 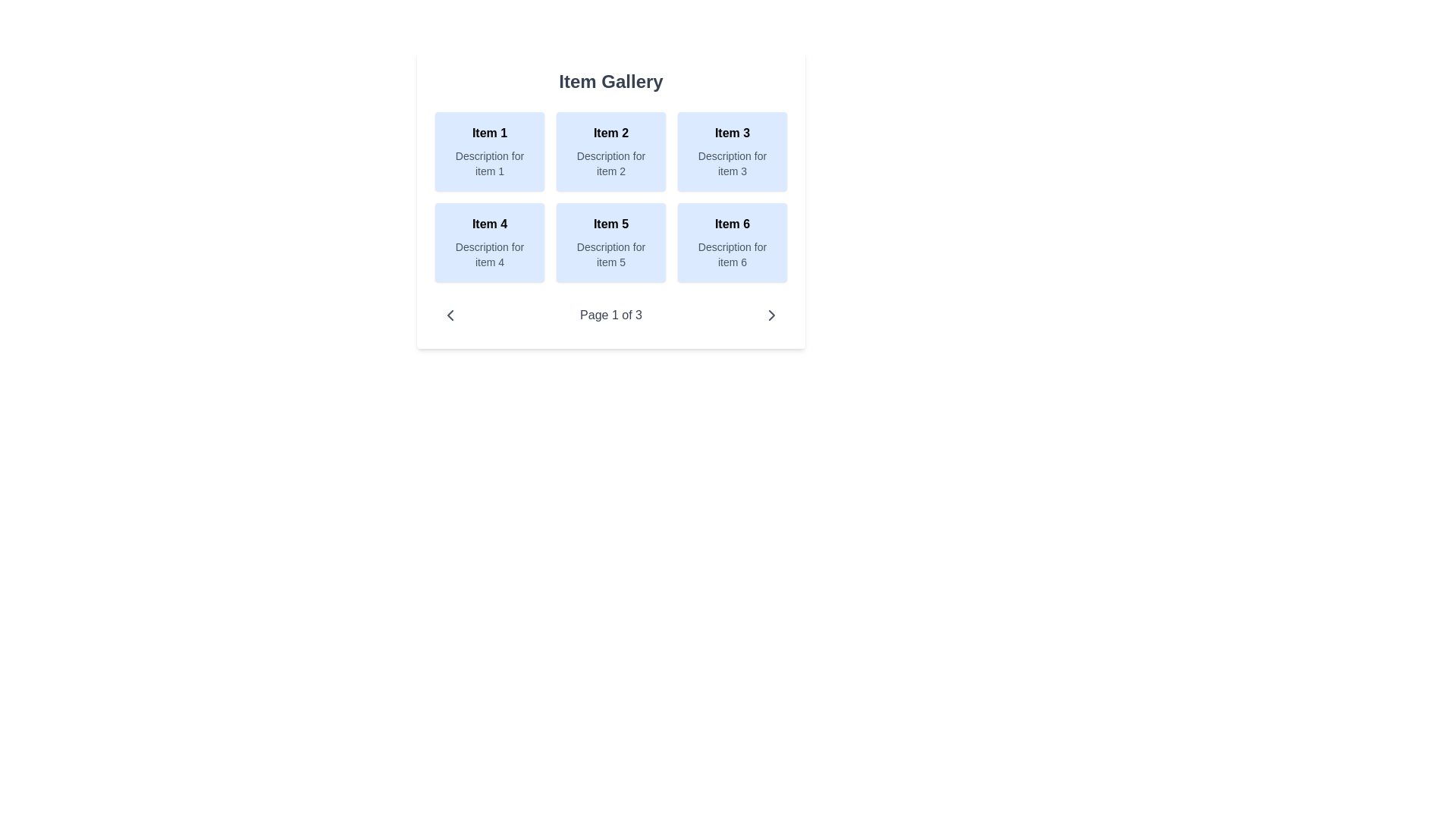 What do you see at coordinates (771, 315) in the screenshot?
I see `the right-facing chevron icon button located at the right end of the pagination controls` at bounding box center [771, 315].